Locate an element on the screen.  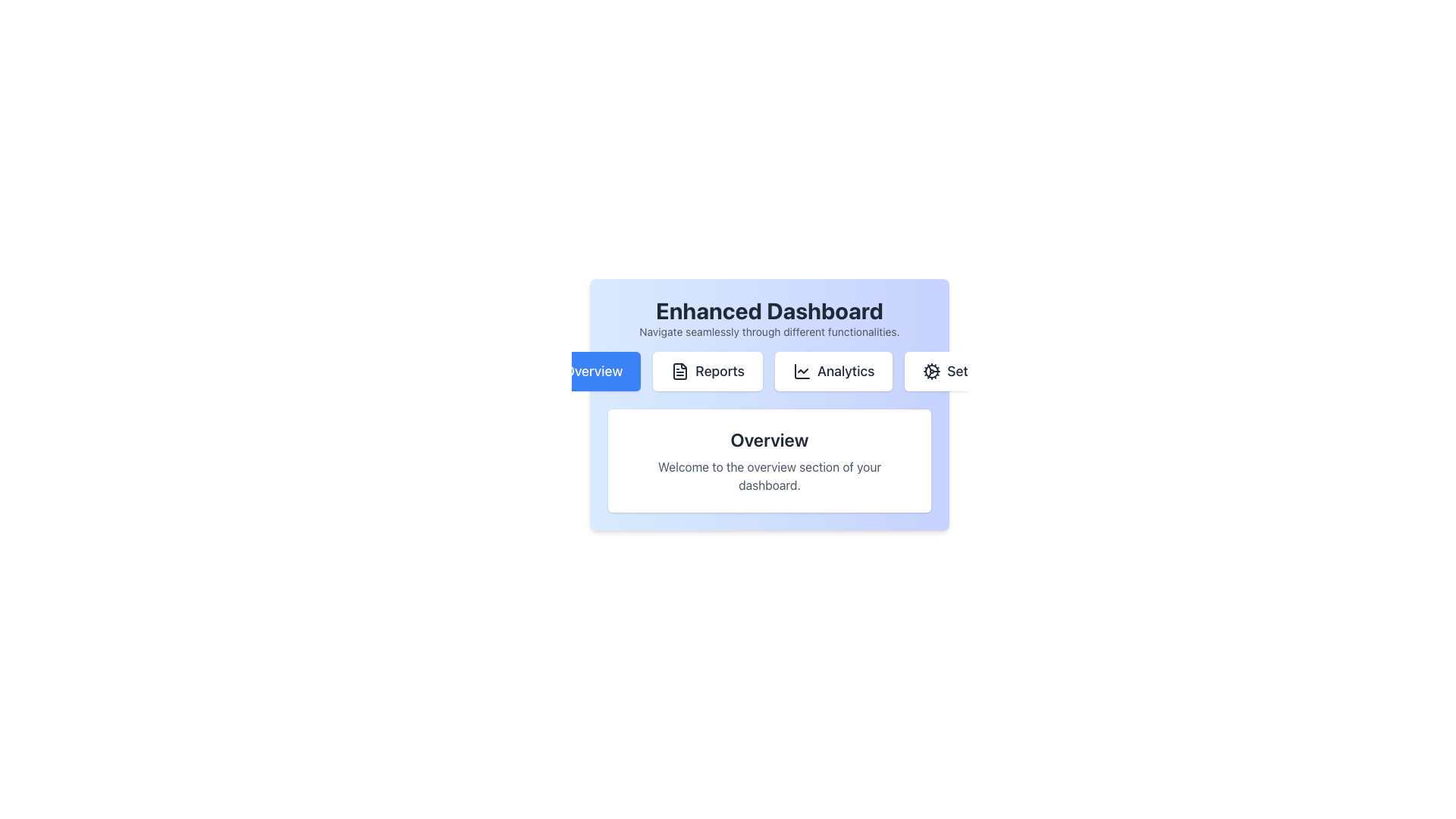
the 'Settings' button located at the rightmost side of the navigation bar is located at coordinates (960, 371).